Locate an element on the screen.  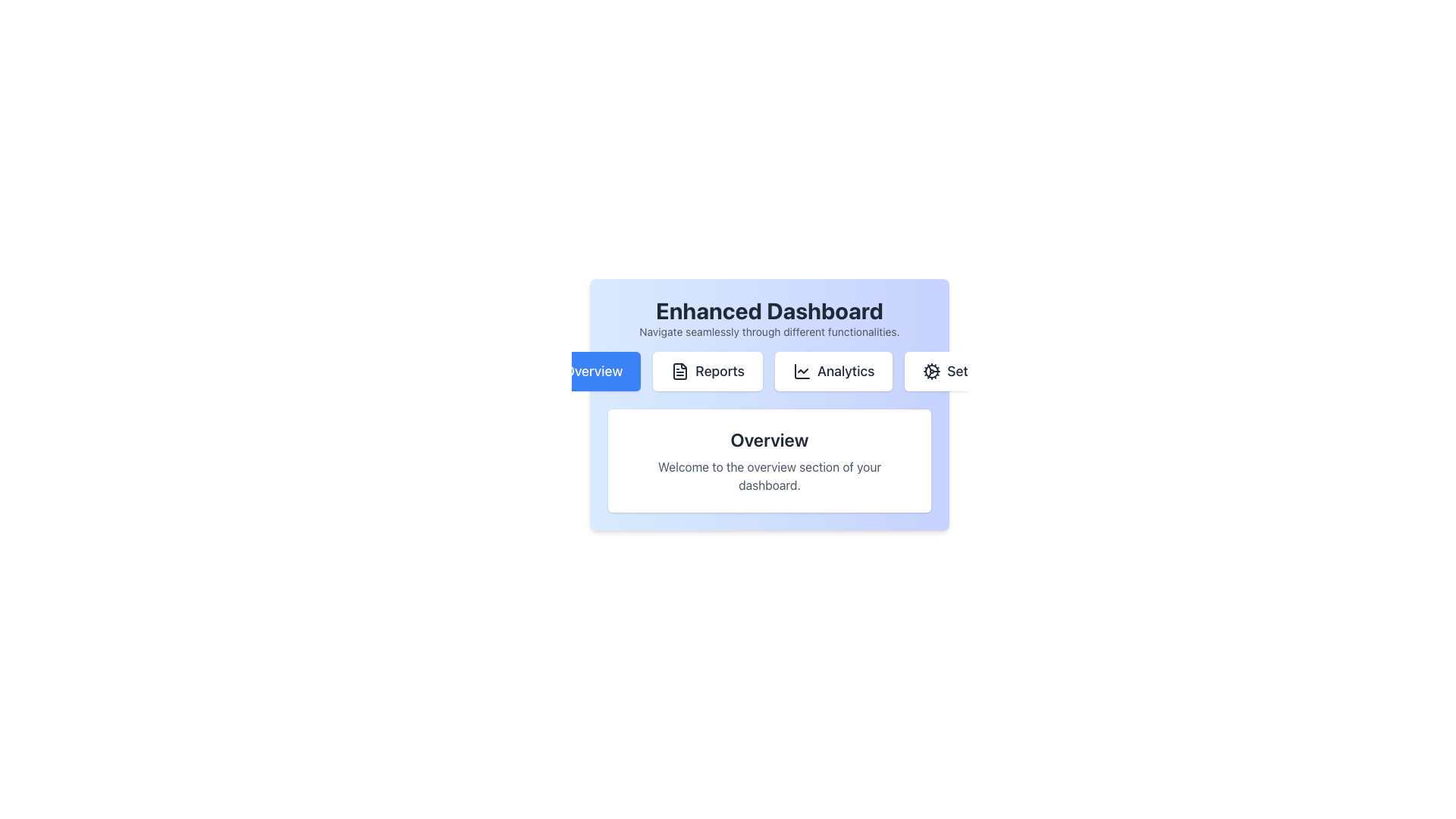
the 'Settings' button located at the rightmost side of the navigation bar is located at coordinates (960, 371).